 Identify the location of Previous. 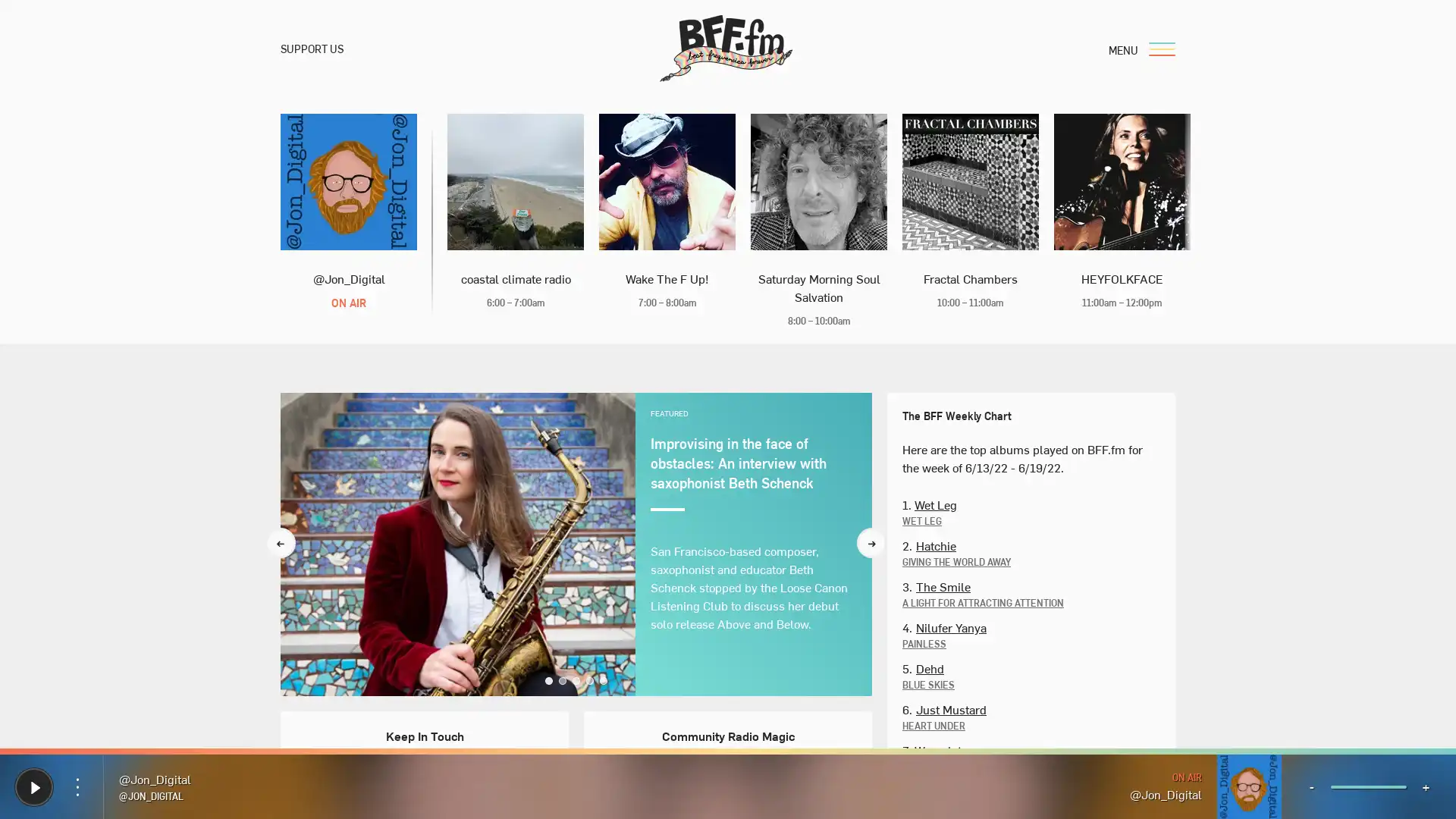
(280, 542).